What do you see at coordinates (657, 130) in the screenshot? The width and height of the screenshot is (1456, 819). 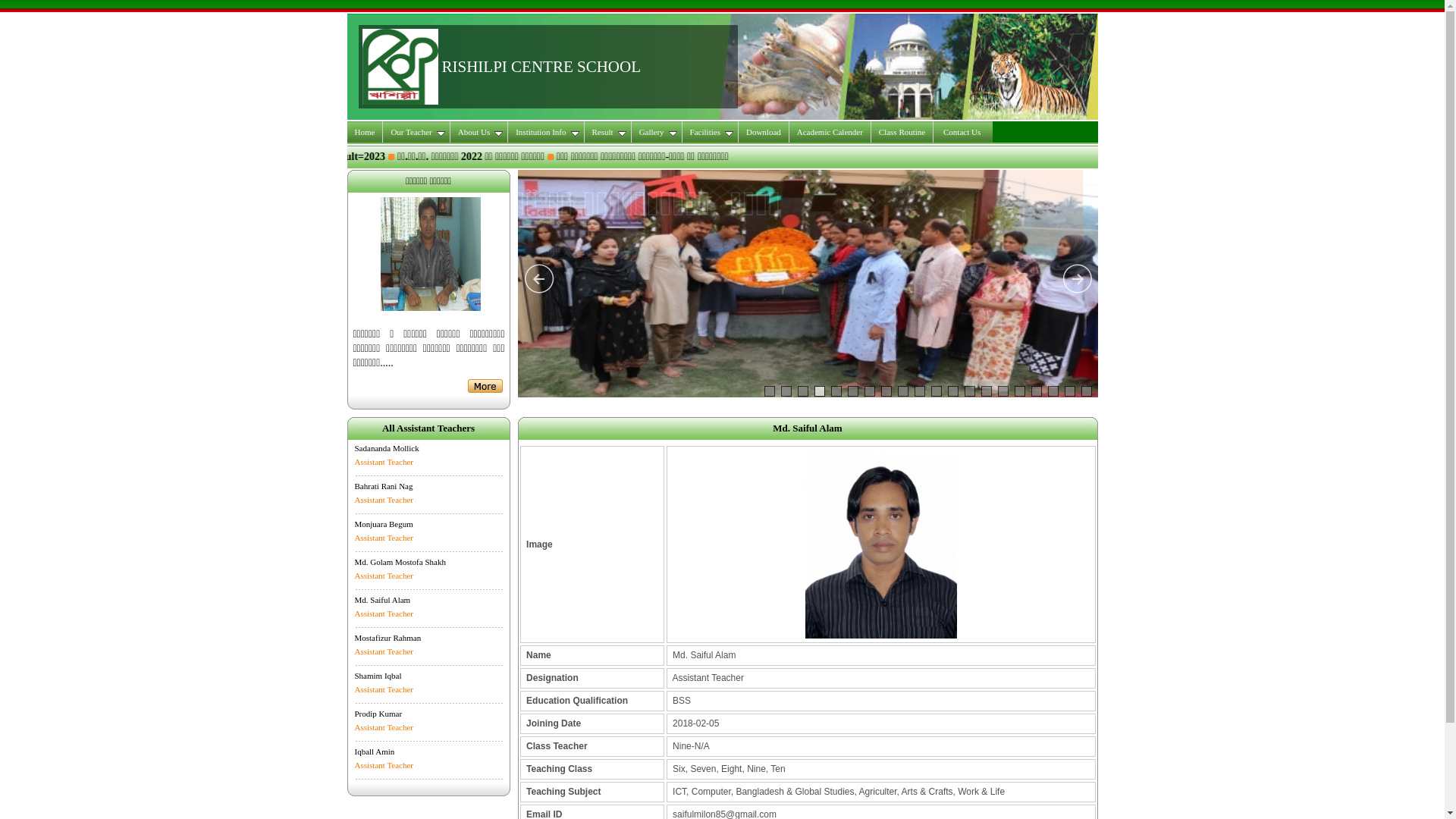 I see `'Gallery'` at bounding box center [657, 130].